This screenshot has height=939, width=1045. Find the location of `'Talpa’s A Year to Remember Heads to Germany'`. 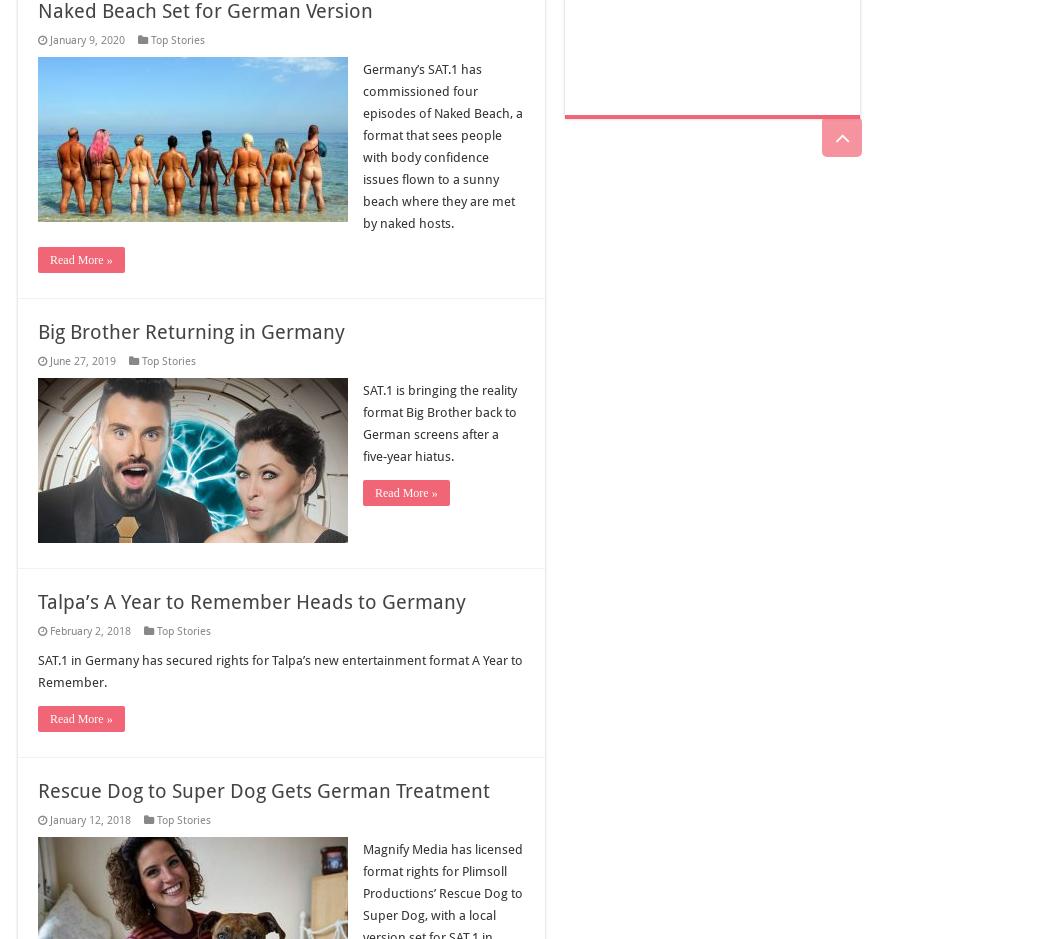

'Talpa’s A Year to Remember Heads to Germany' is located at coordinates (250, 601).